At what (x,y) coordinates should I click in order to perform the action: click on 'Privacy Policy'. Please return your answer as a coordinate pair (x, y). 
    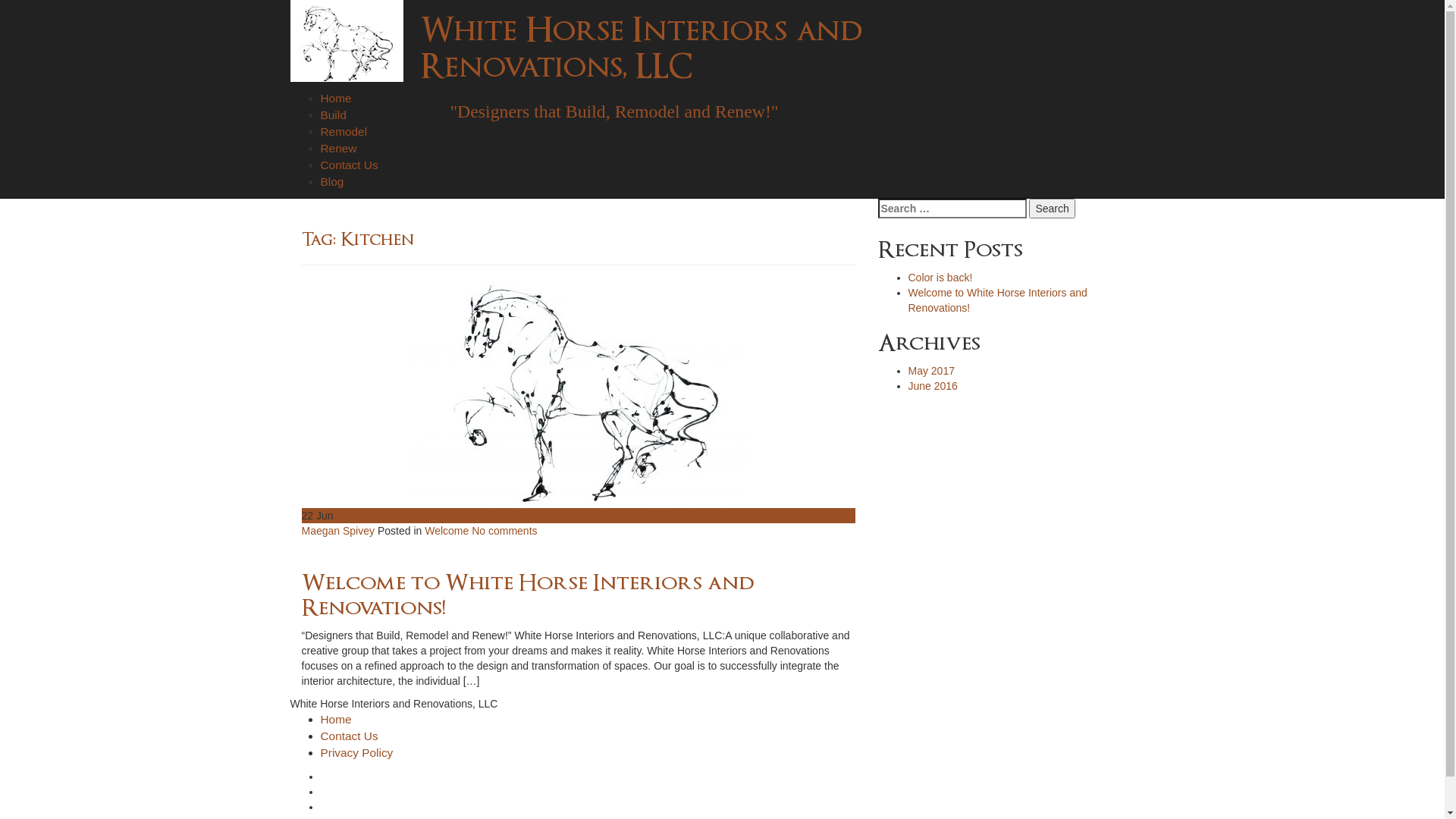
    Looking at the image, I should click on (356, 752).